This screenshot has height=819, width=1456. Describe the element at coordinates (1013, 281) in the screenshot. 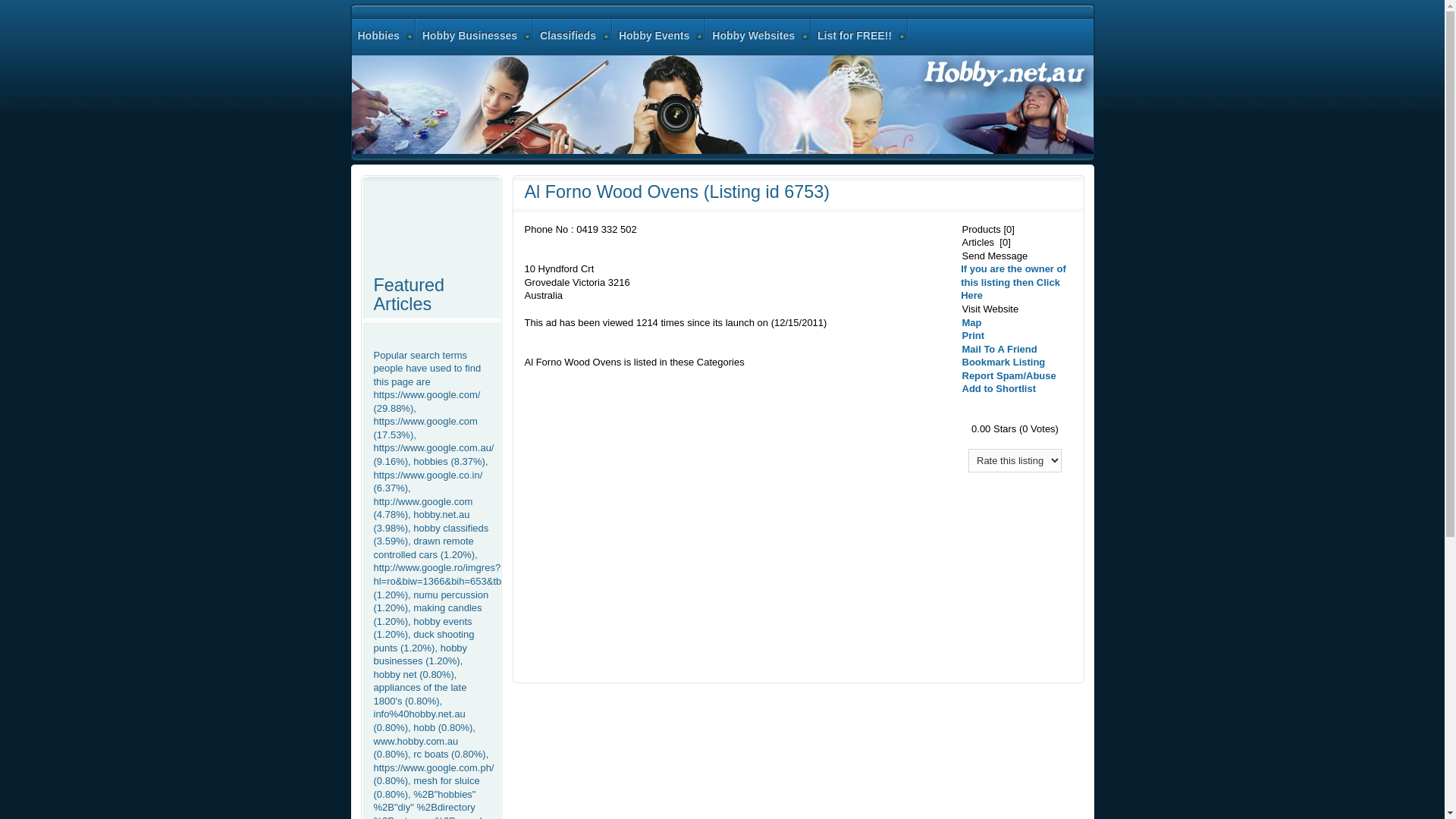

I see `'If you are the owner of this listing then Click Here'` at that location.